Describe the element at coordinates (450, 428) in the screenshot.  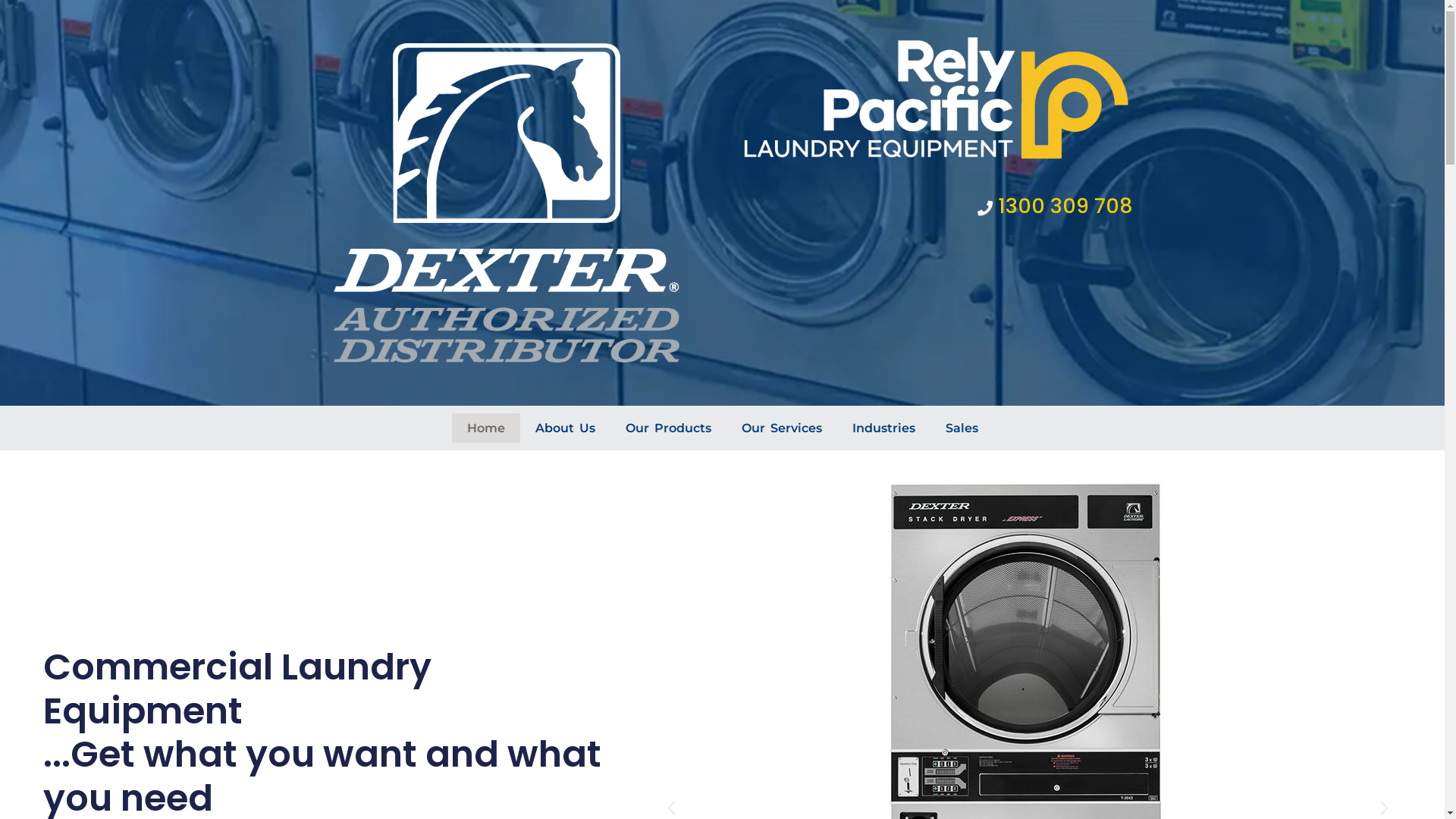
I see `'Home'` at that location.